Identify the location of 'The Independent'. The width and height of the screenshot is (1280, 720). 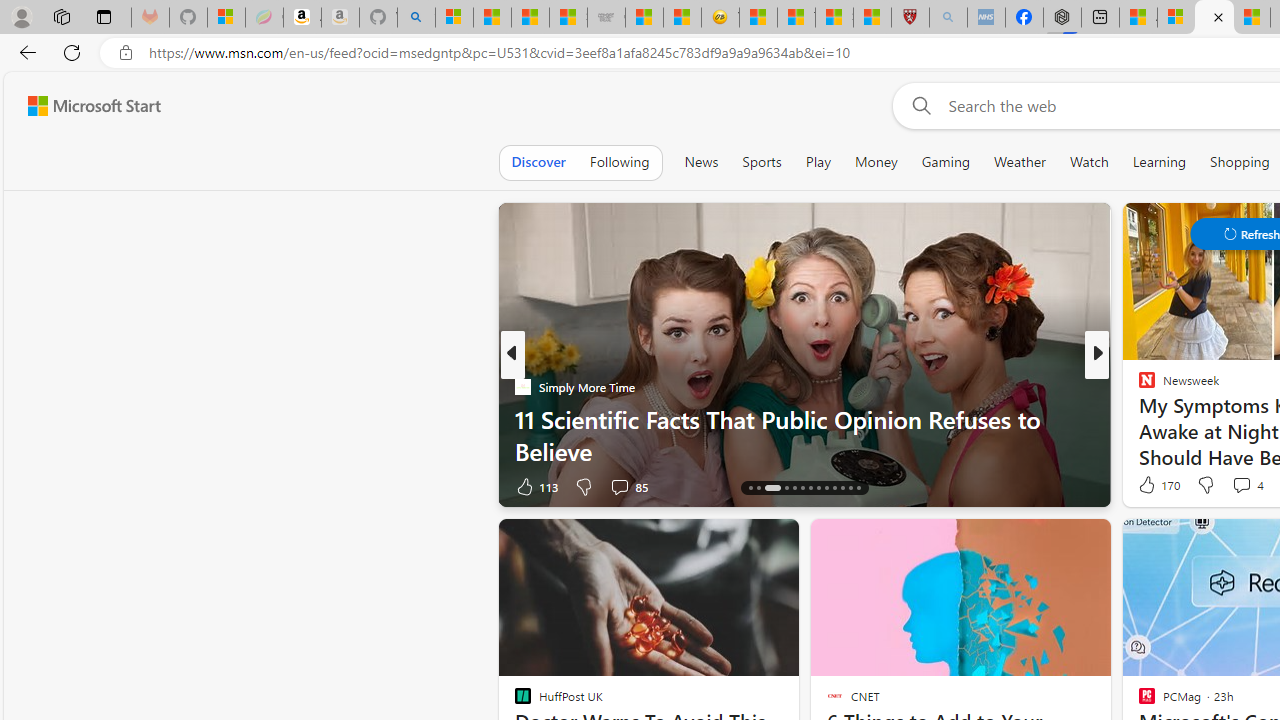
(1138, 387).